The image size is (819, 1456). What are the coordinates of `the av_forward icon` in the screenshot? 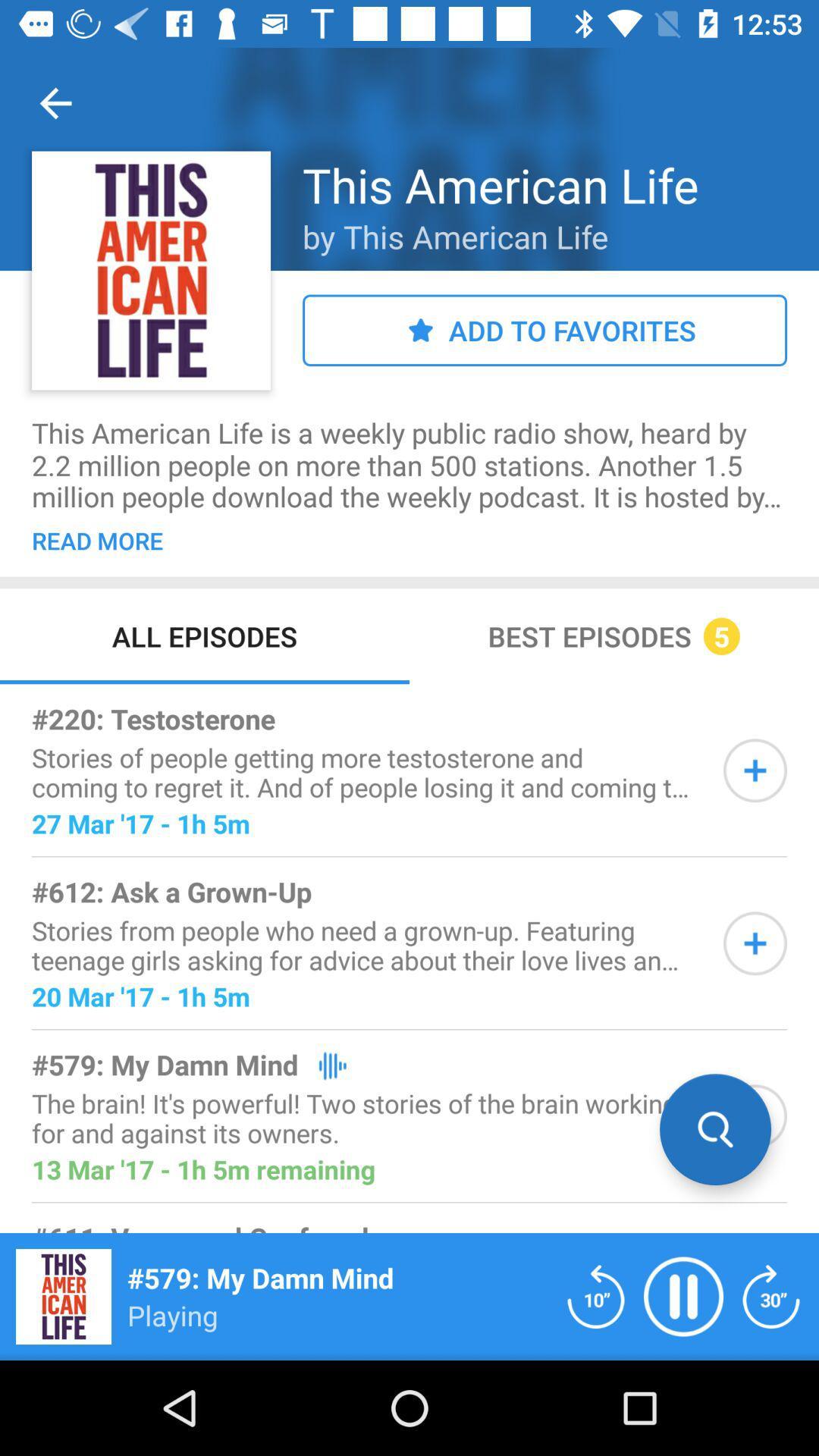 It's located at (771, 1295).